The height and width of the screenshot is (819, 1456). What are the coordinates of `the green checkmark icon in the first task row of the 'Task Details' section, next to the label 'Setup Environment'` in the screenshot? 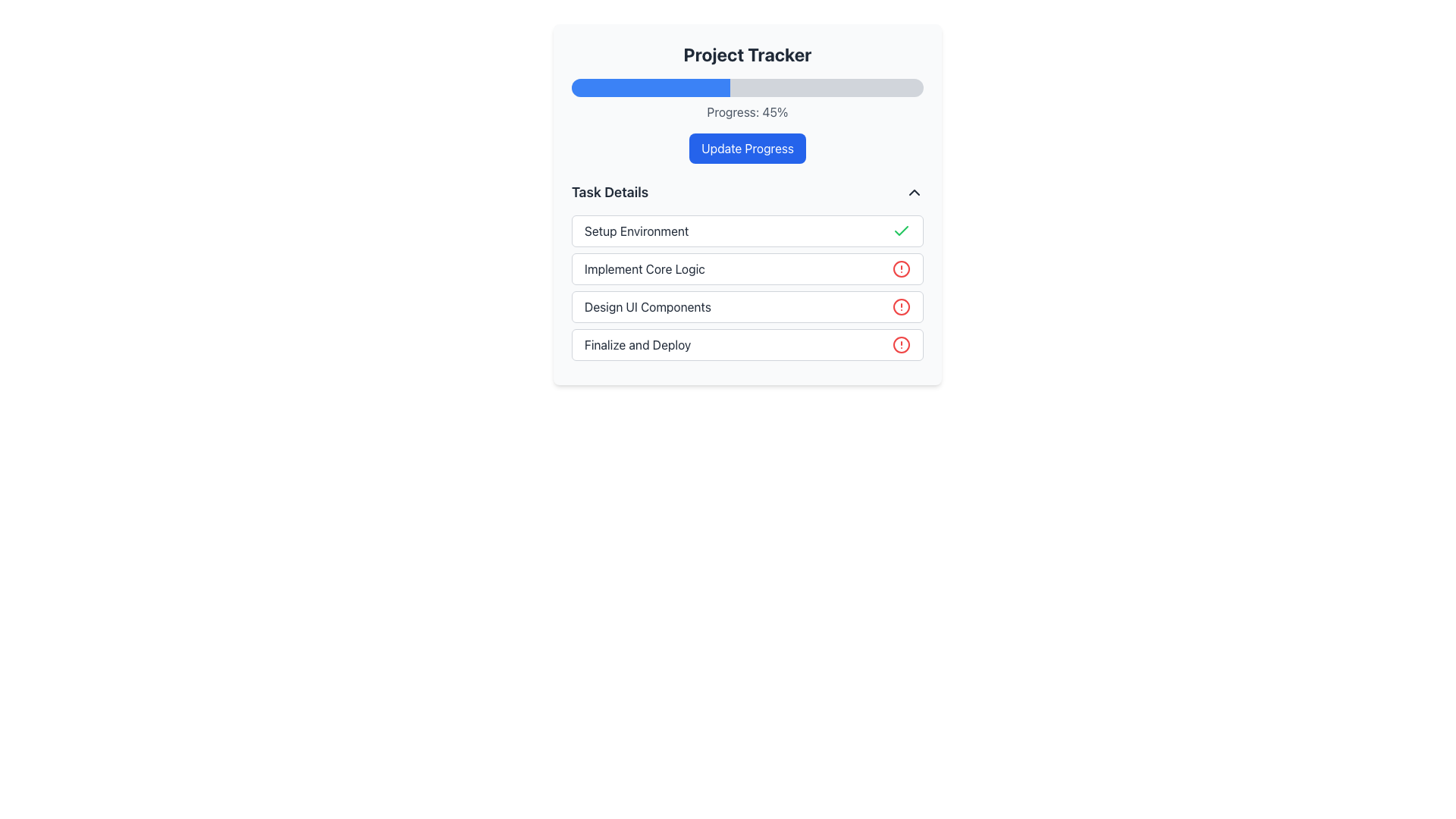 It's located at (902, 231).